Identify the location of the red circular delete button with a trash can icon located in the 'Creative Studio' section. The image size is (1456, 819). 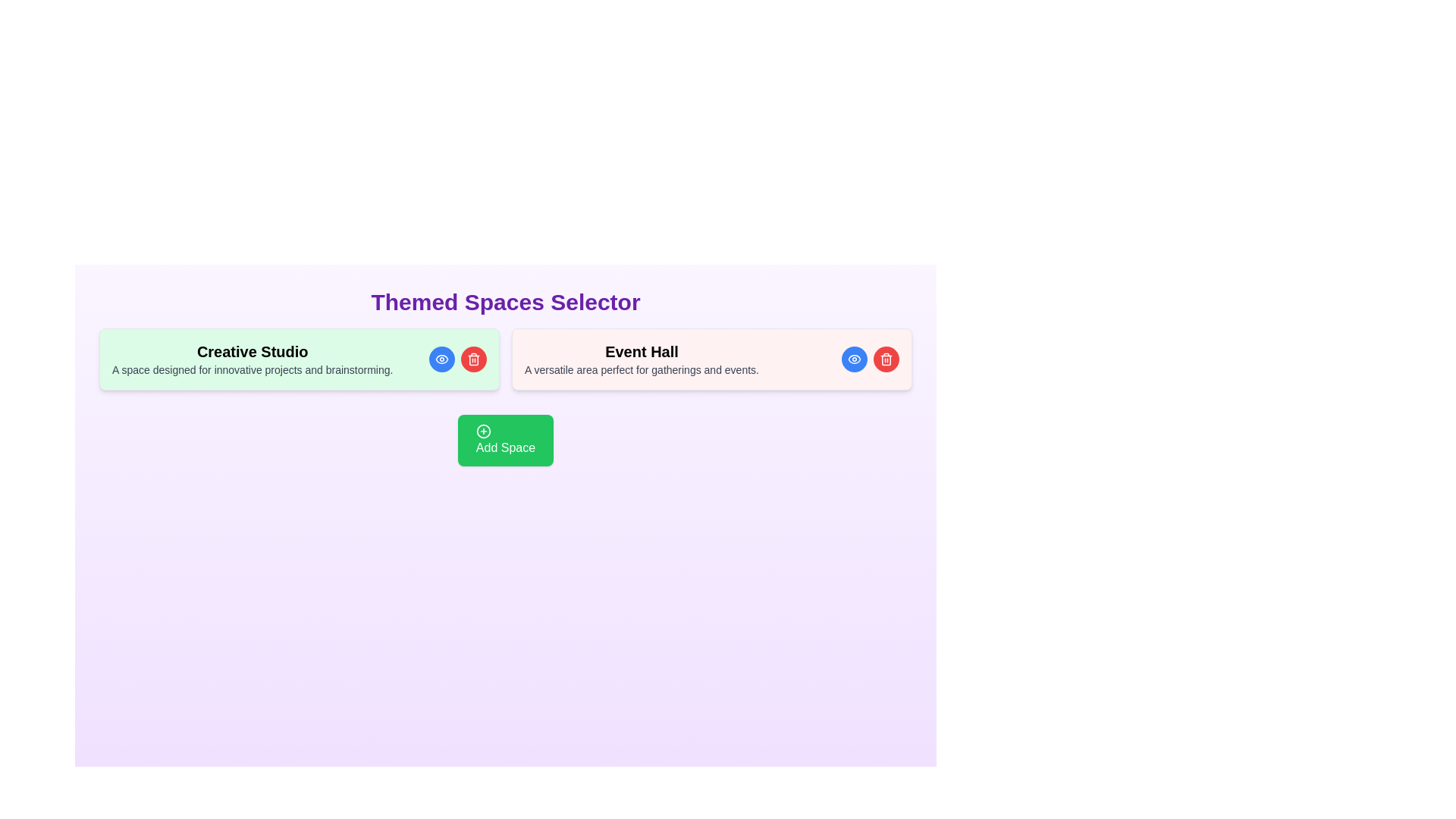
(472, 359).